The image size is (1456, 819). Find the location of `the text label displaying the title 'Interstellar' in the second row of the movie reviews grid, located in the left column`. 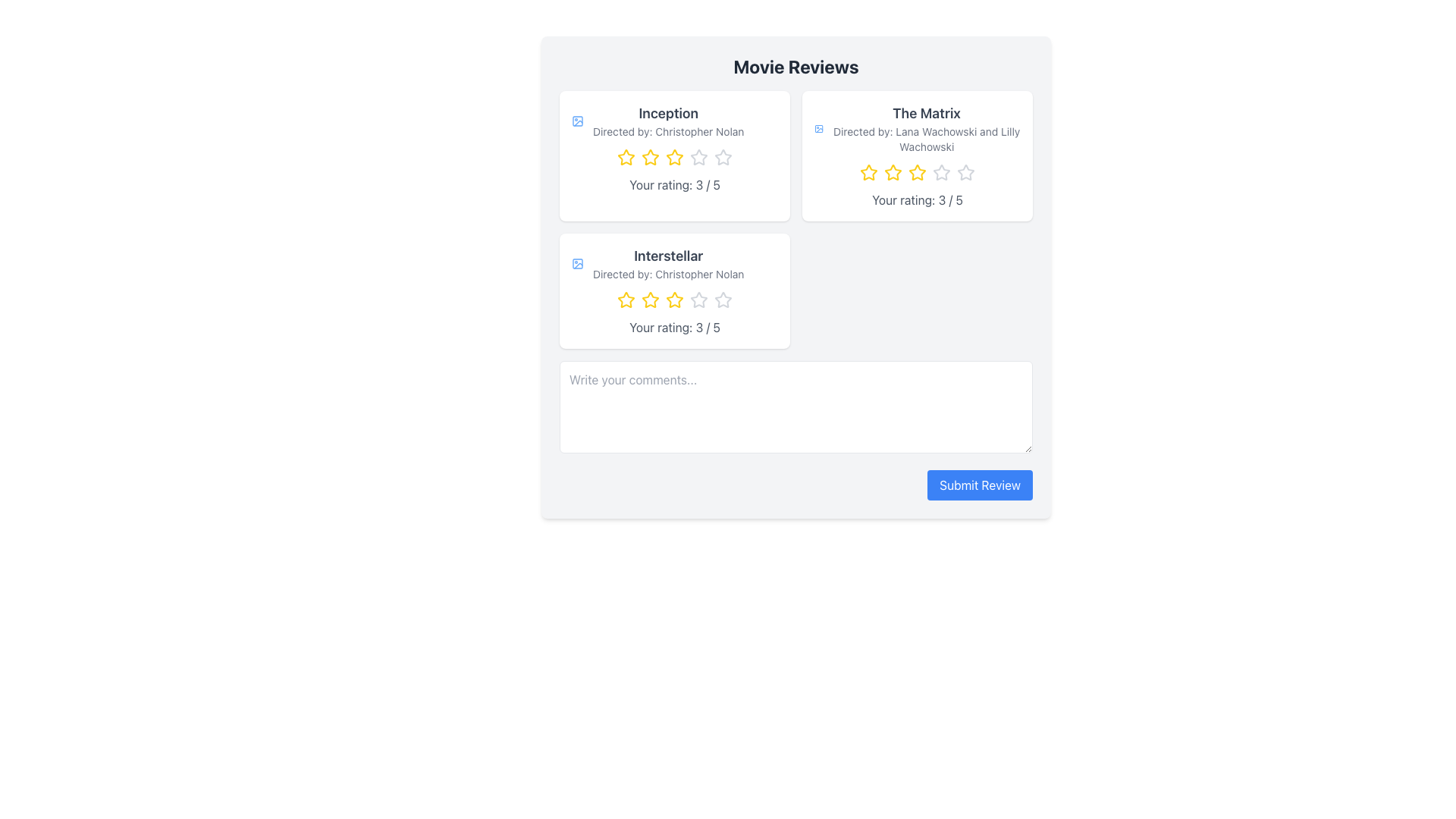

the text label displaying the title 'Interstellar' in the second row of the movie reviews grid, located in the left column is located at coordinates (667, 256).